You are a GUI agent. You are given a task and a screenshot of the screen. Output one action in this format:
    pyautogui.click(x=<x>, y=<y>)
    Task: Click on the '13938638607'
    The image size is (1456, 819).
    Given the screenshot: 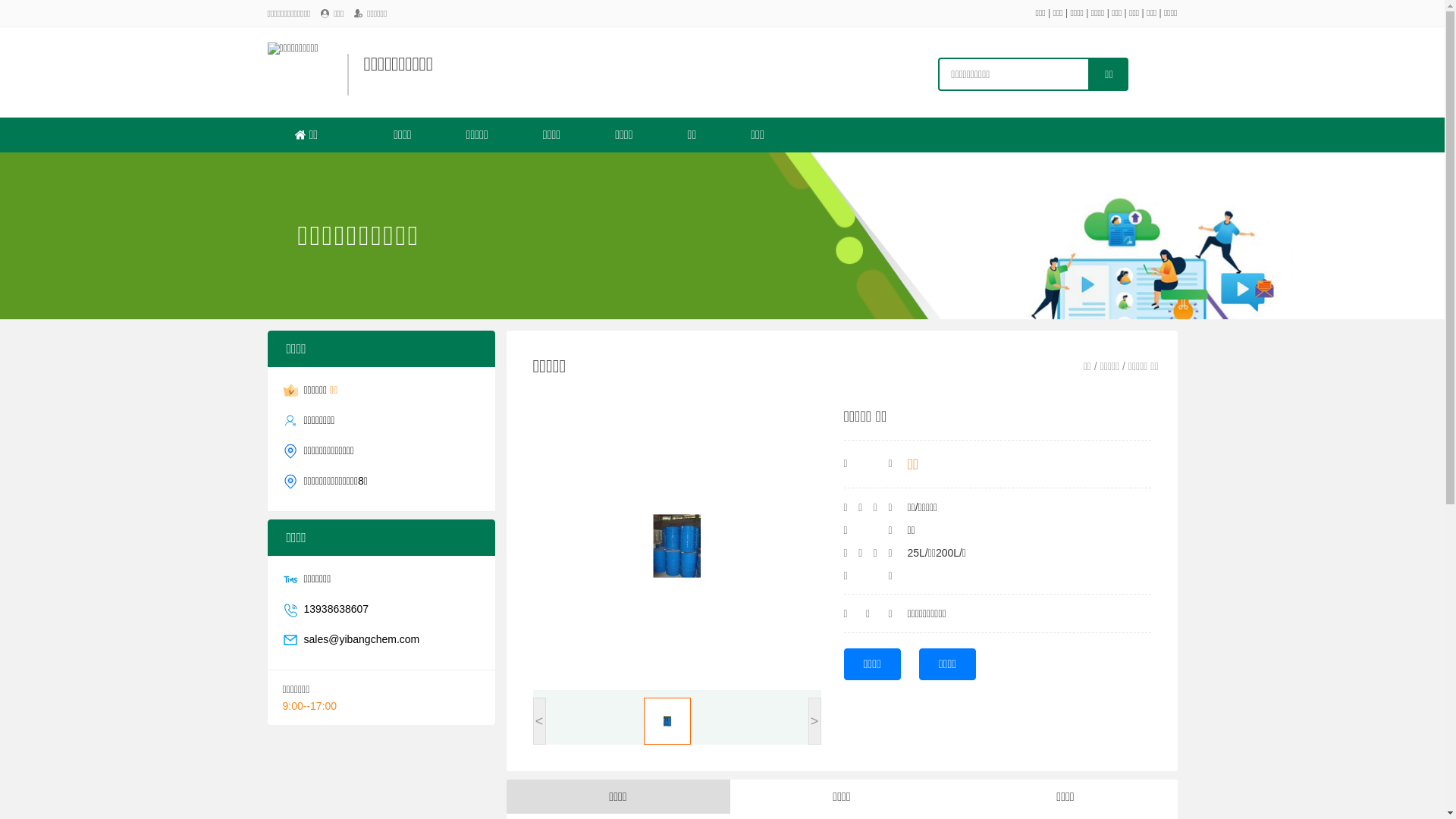 What is the action you would take?
    pyautogui.click(x=334, y=607)
    